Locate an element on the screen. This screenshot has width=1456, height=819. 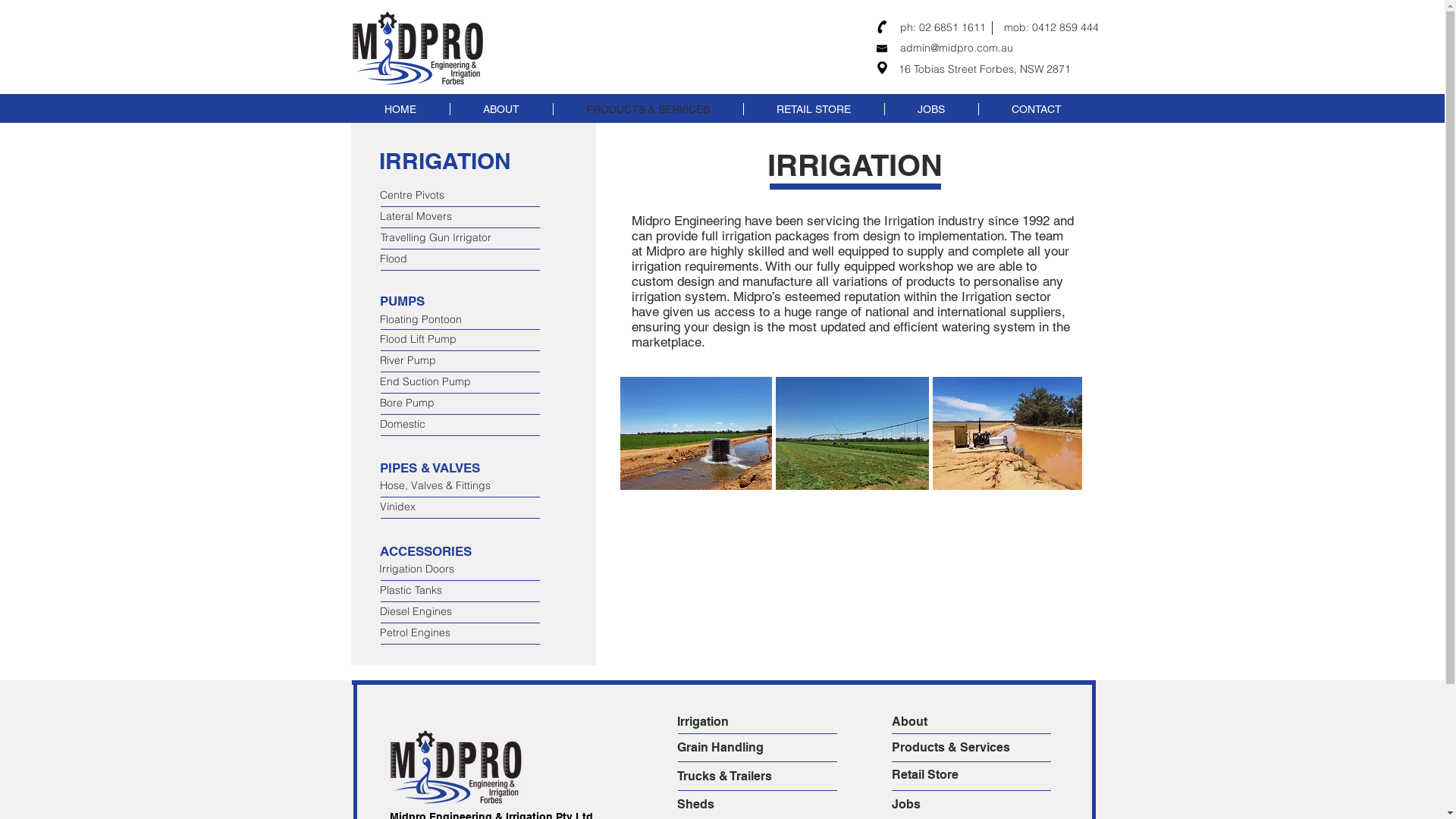
'ABOUT' is located at coordinates (500, 108).